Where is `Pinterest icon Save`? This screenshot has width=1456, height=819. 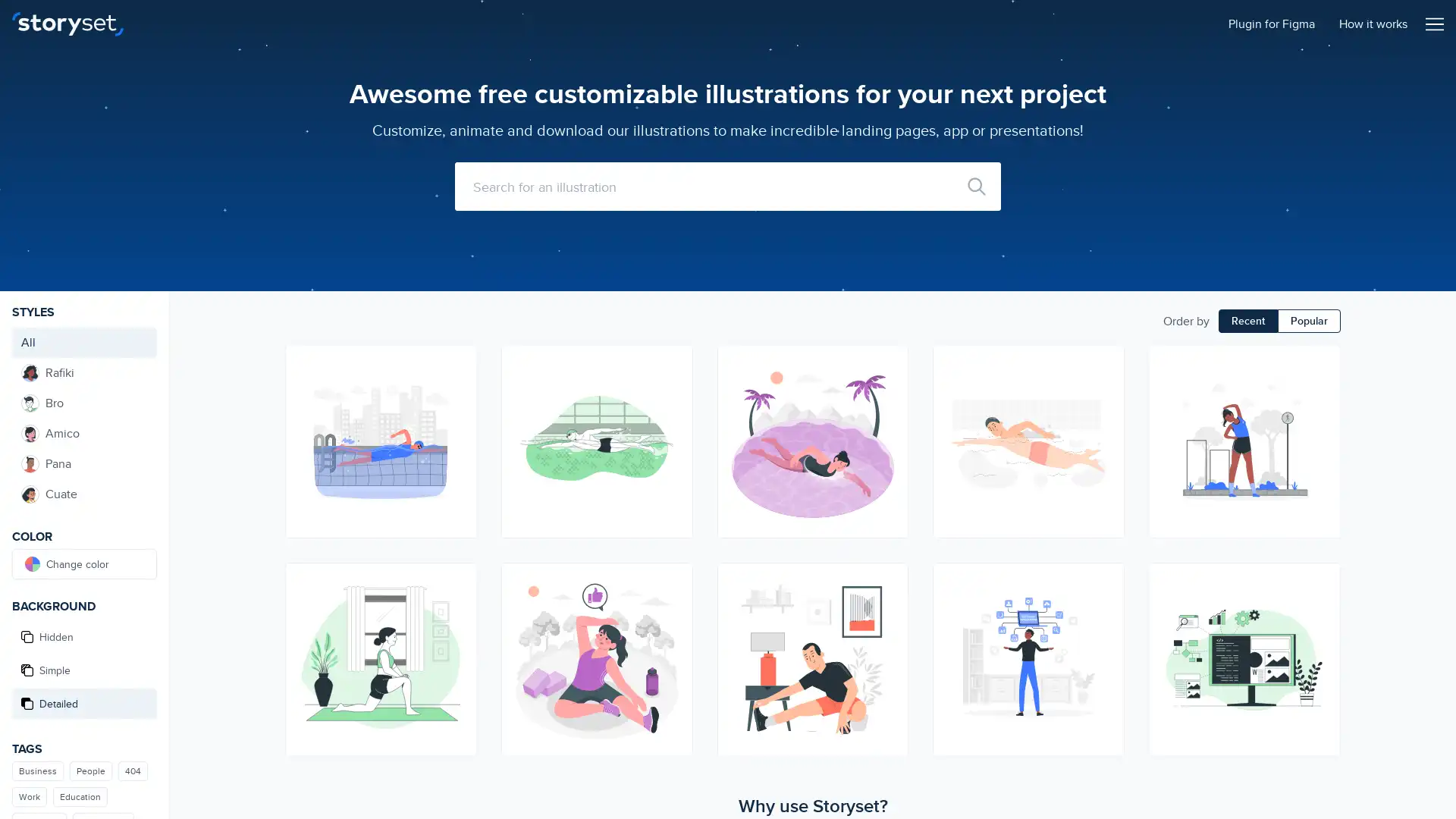 Pinterest icon Save is located at coordinates (457, 635).